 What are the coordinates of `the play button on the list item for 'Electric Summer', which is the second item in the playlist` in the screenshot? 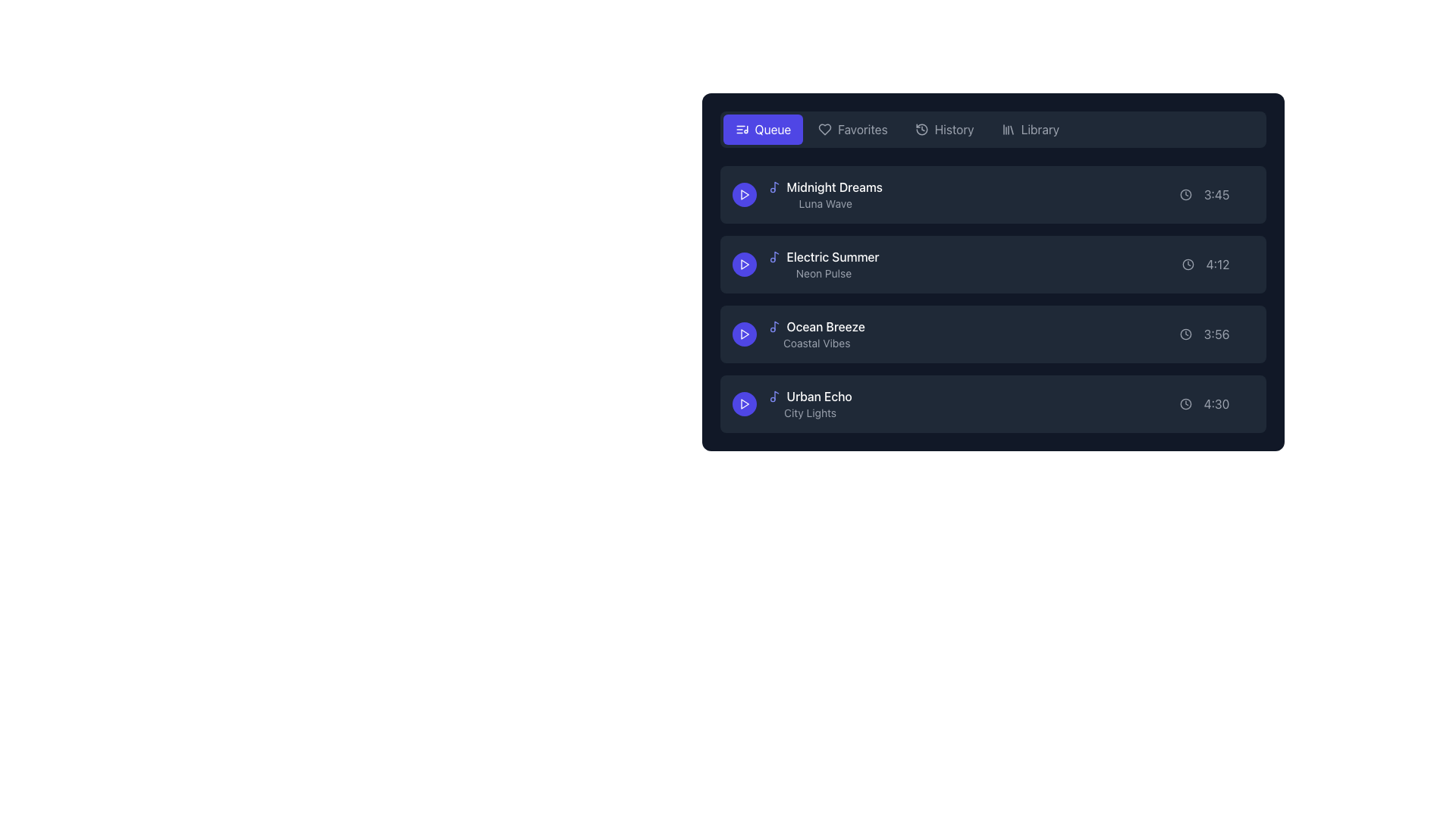 It's located at (993, 263).